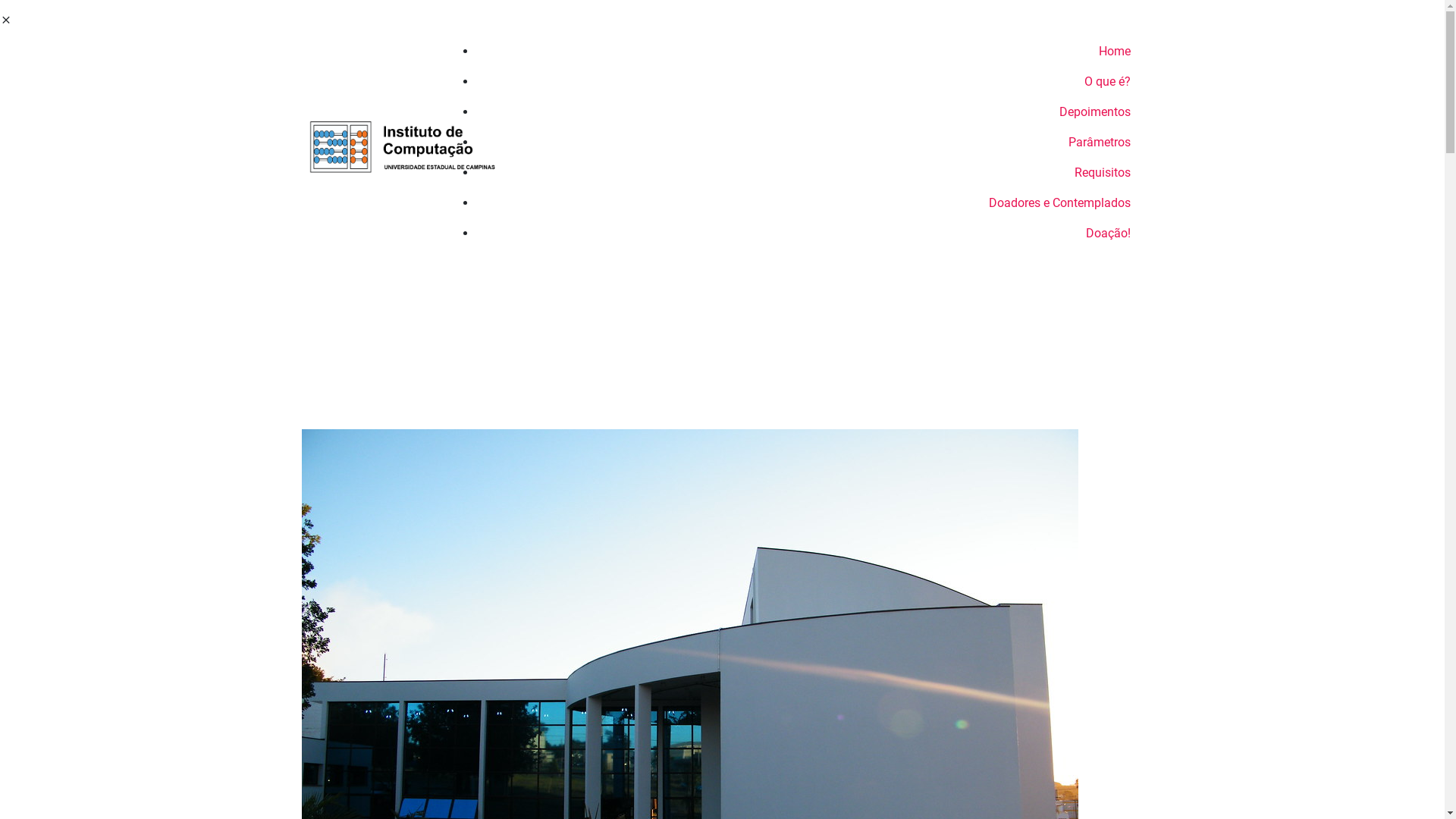  Describe the element at coordinates (809, 111) in the screenshot. I see `'Depoimentos'` at that location.